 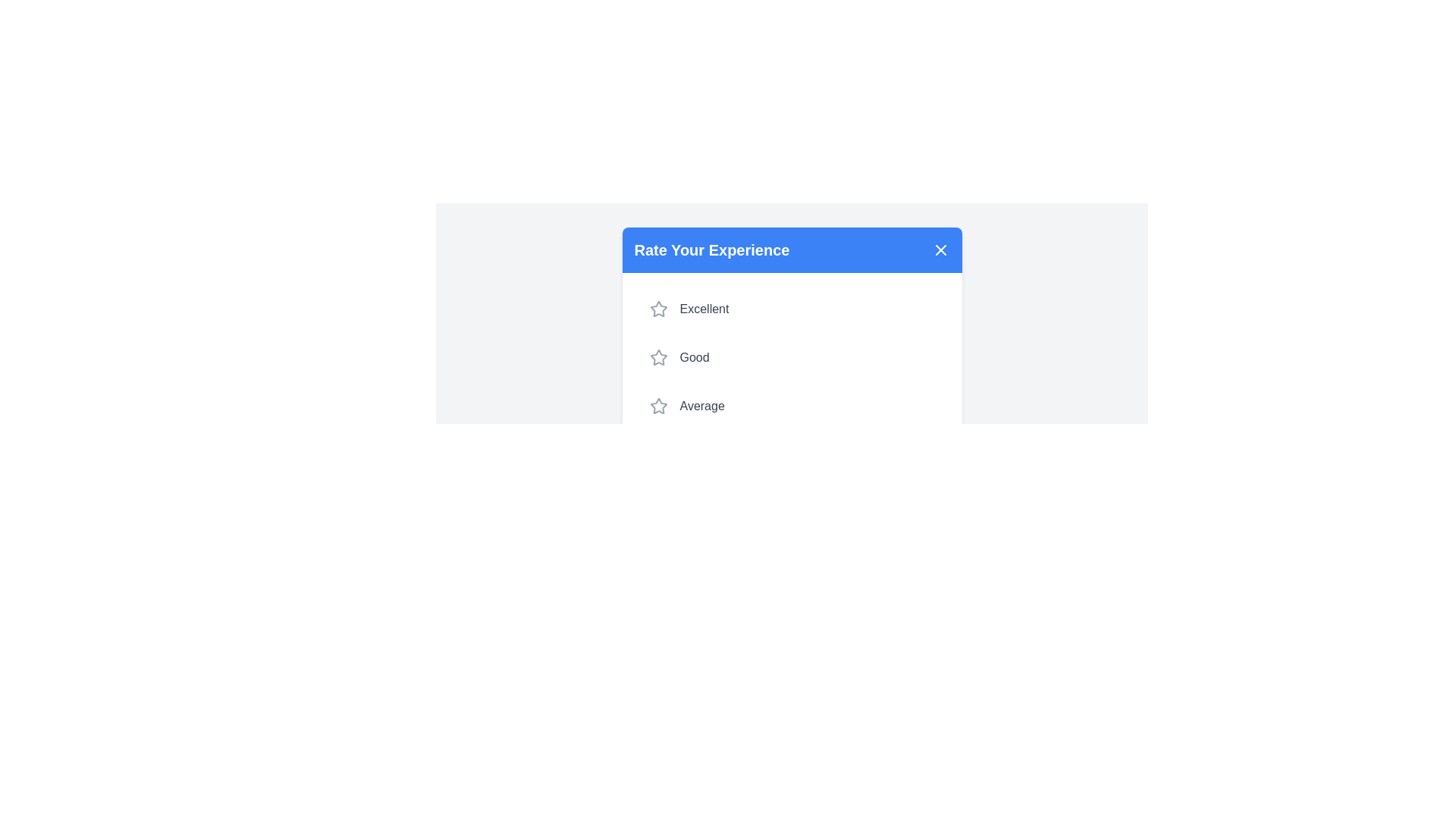 I want to click on the rating option Excellent from the list, so click(x=791, y=309).